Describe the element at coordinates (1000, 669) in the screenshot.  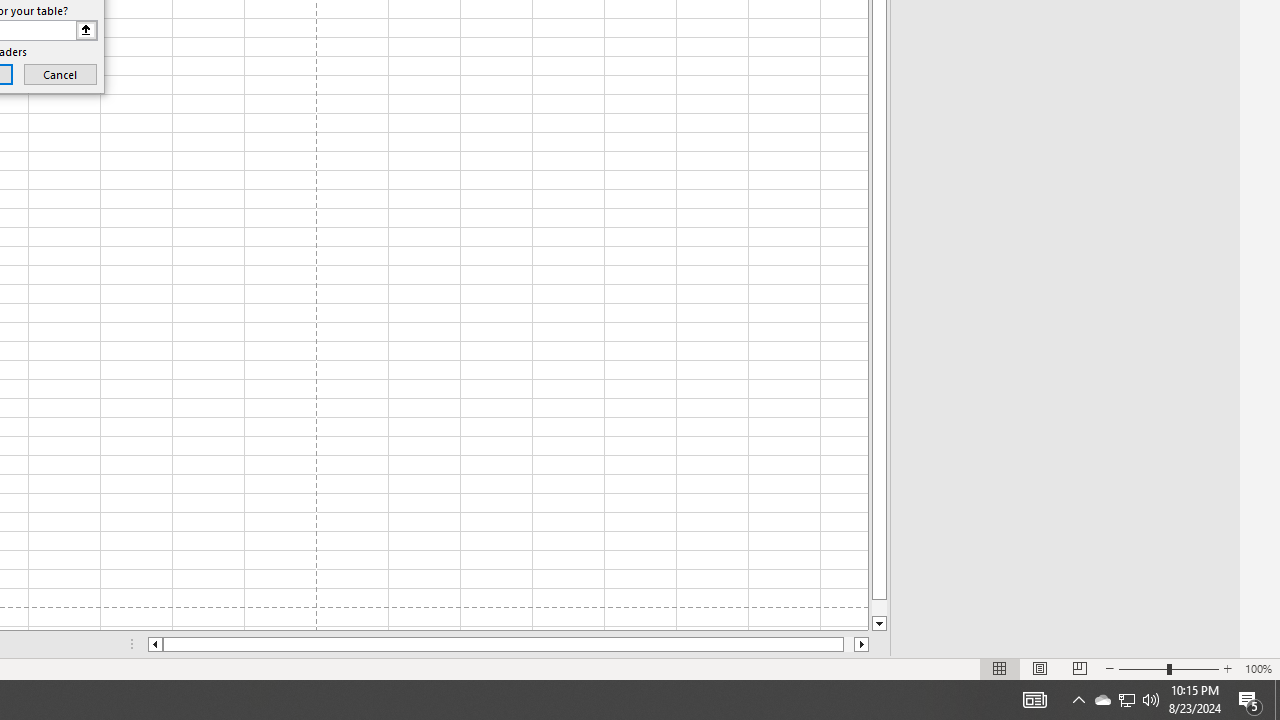
I see `'Normal'` at that location.